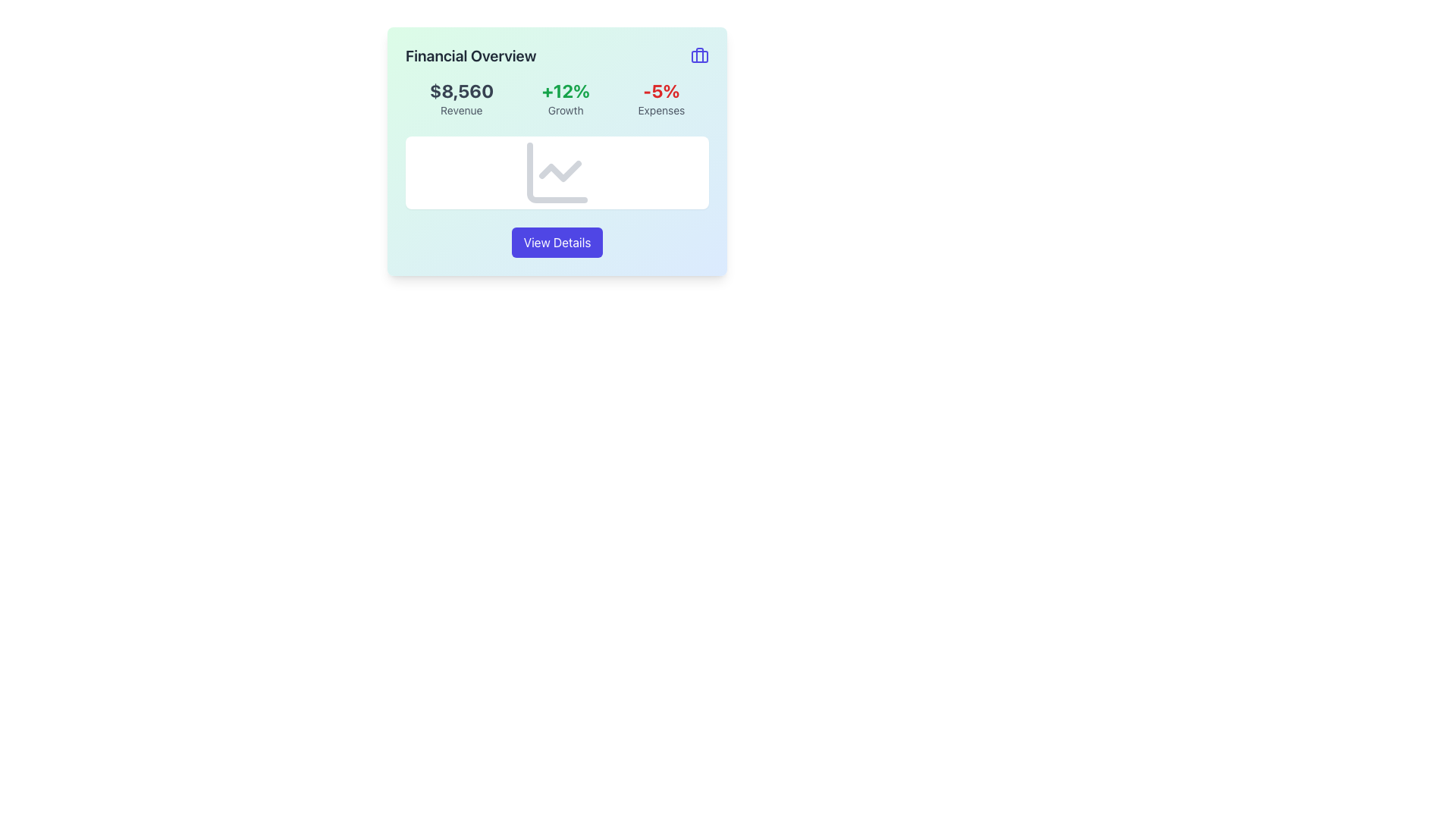 This screenshot has height=819, width=1456. I want to click on the button located at the bottom center of the card-like component summarizing financial details, so click(556, 242).